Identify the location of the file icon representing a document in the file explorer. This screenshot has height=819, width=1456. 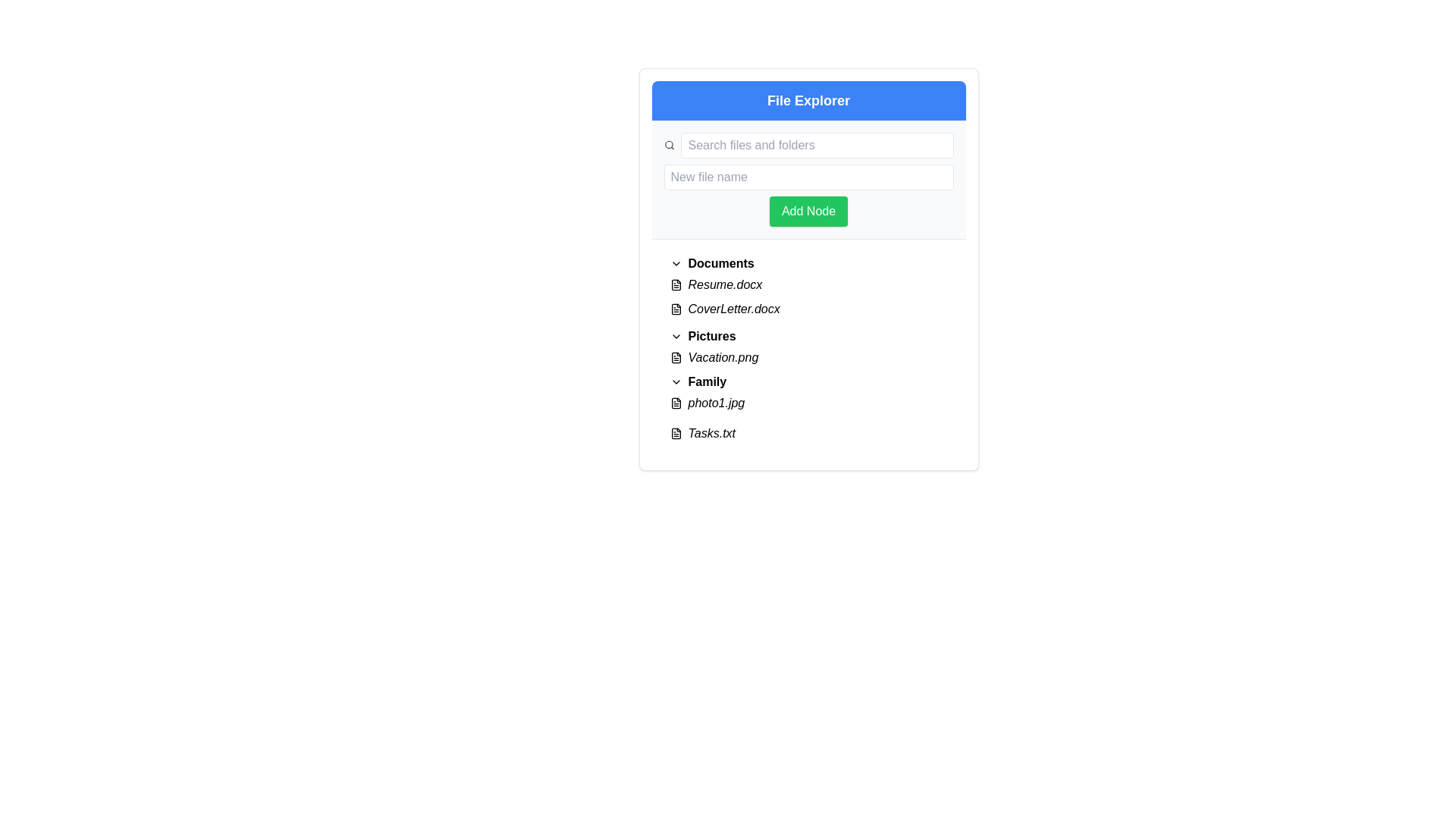
(675, 309).